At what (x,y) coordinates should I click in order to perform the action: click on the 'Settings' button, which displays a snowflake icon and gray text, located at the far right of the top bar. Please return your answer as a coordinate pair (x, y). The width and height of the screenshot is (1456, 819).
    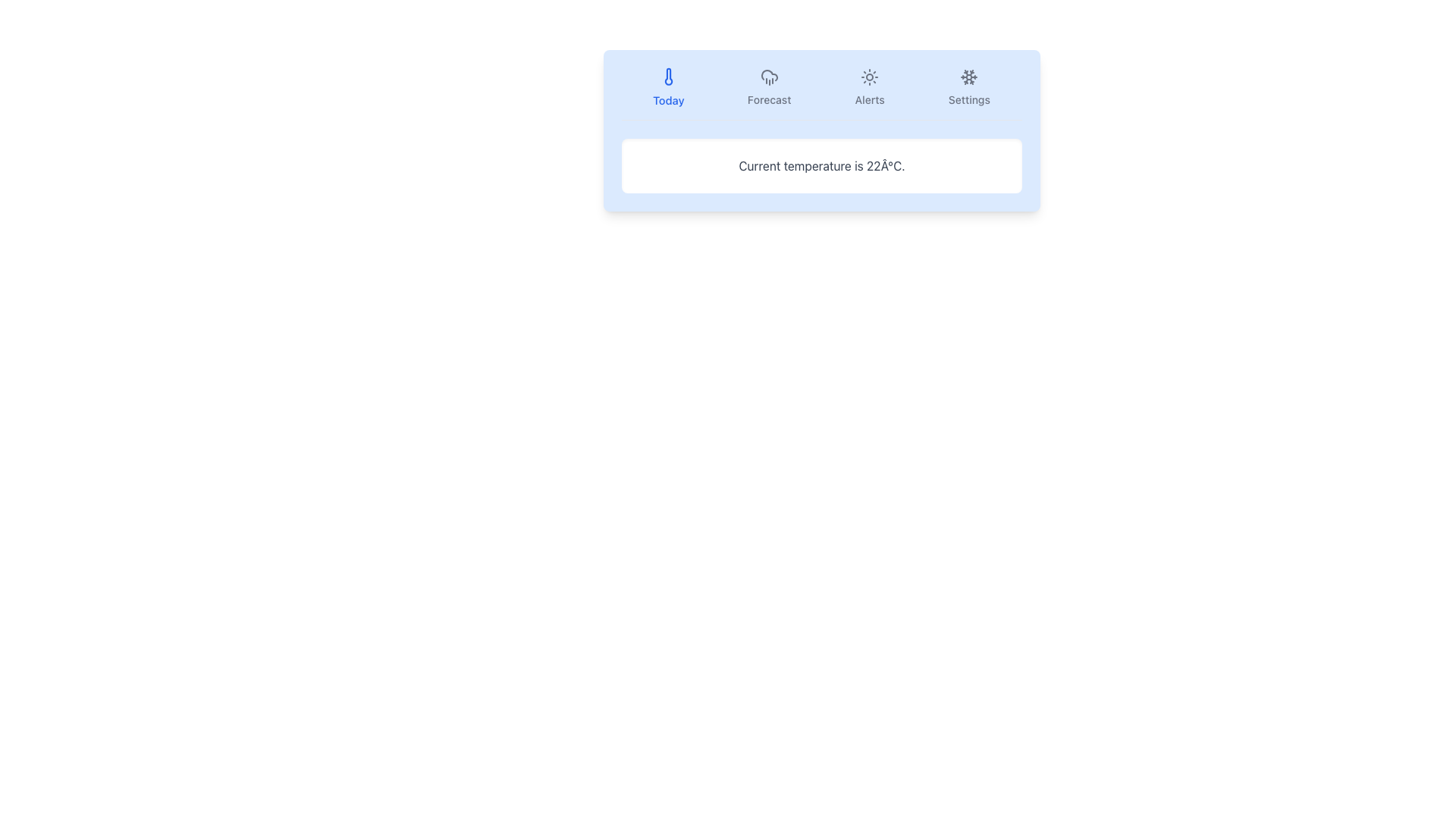
    Looking at the image, I should click on (968, 87).